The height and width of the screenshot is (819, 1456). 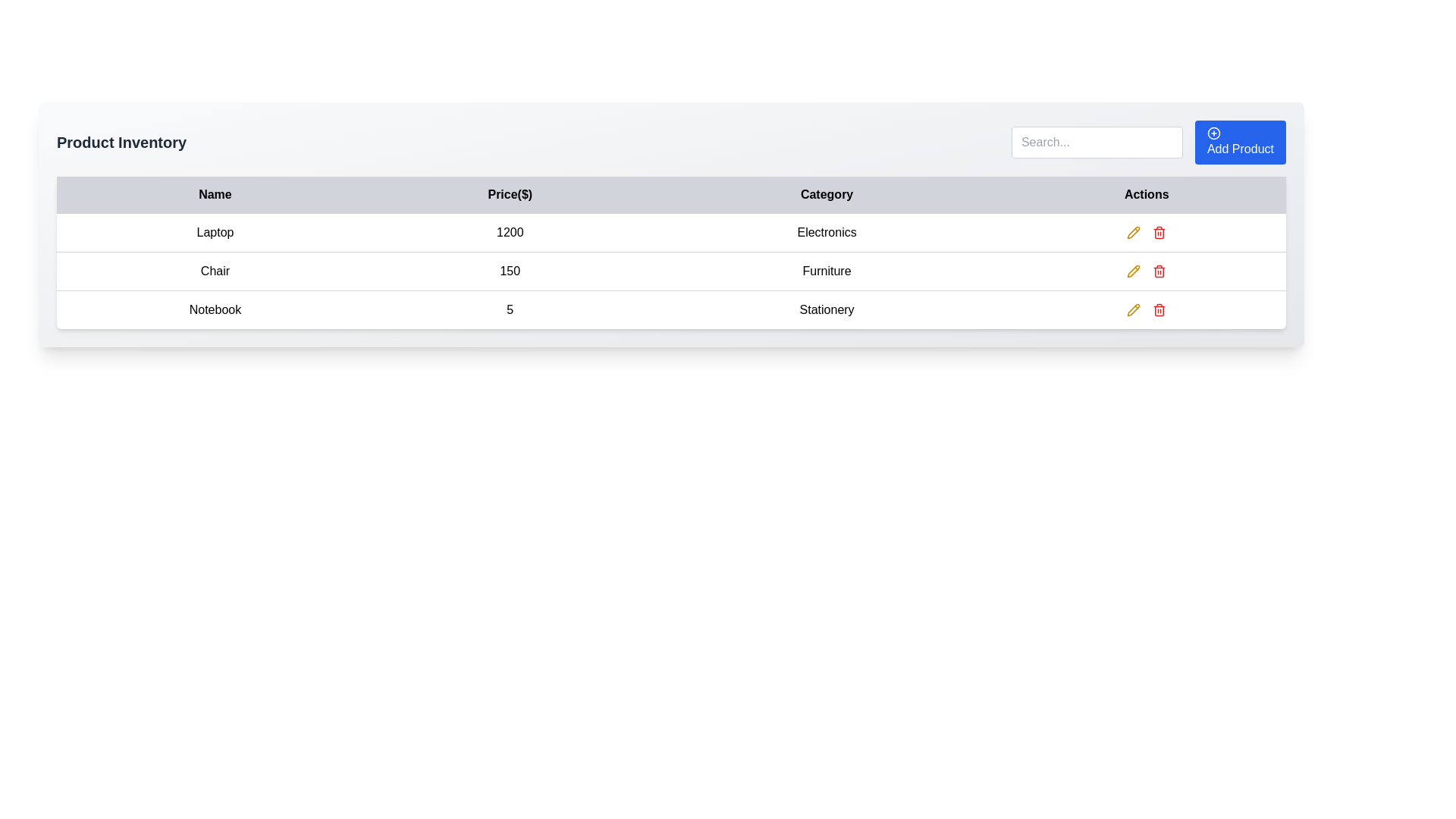 I want to click on text label 'Laptop' located in the 'Name' column of the table, which is the first entry in the column, aligning with the price '1200' and category 'Electronics', so click(x=214, y=233).